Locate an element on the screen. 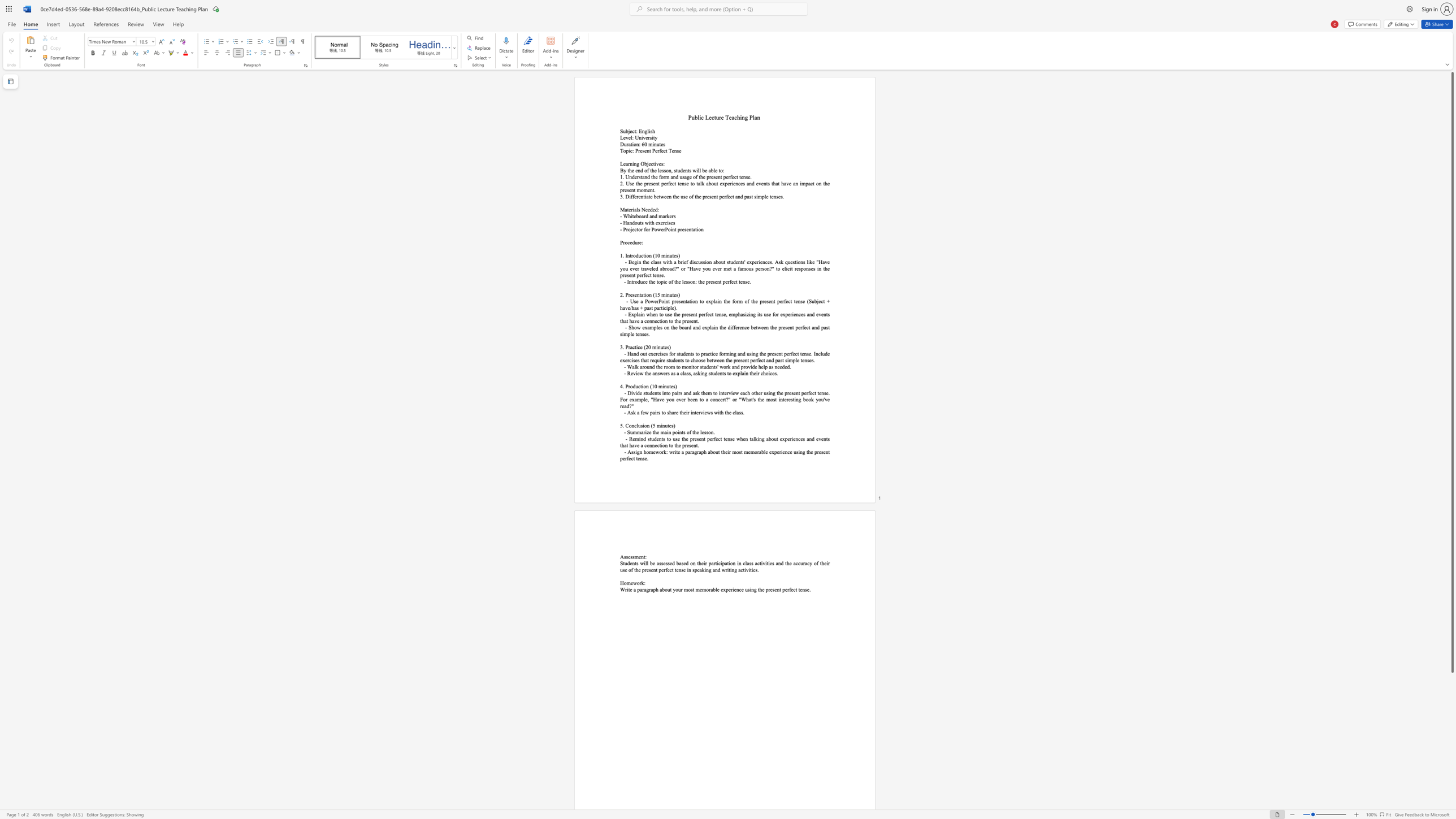 This screenshot has height=819, width=1456. the 1th character "s" in the text is located at coordinates (684, 196).